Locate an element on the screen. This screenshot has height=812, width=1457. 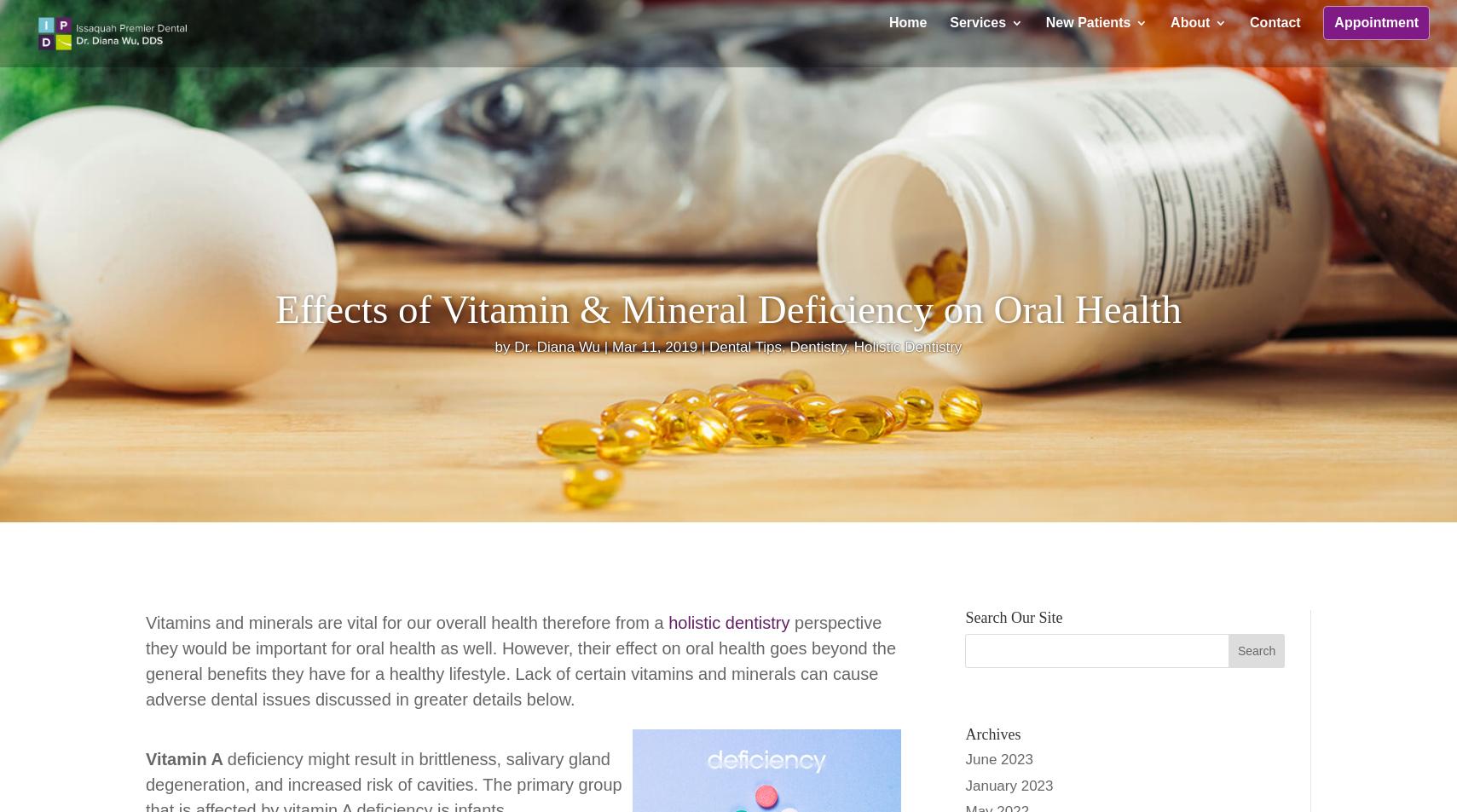
'Meet Dr. Wu' is located at coordinates (1205, 110).